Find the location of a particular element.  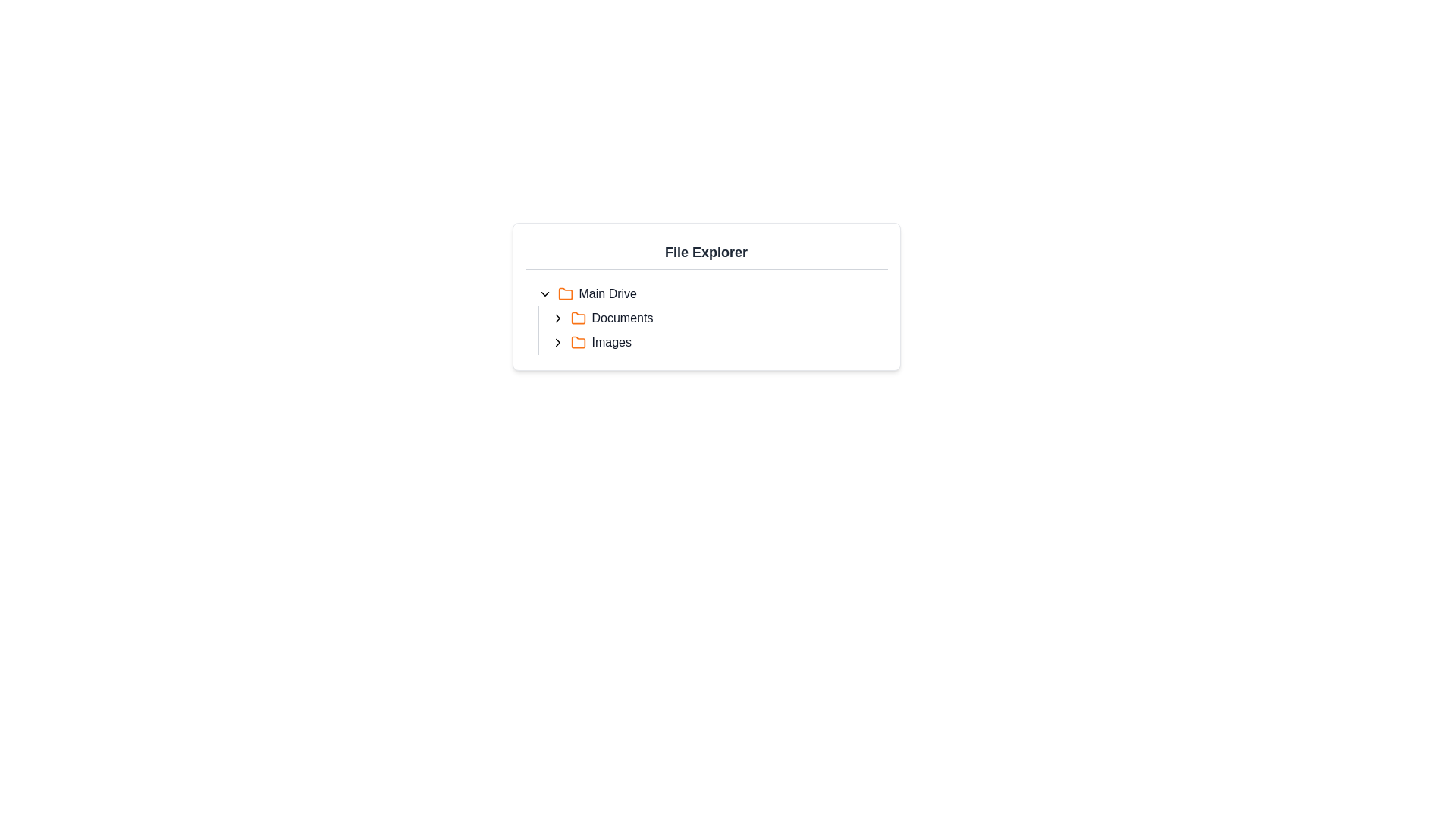

the chevron icon pointing downwards, located next to the text 'Main Drive' is located at coordinates (544, 294).